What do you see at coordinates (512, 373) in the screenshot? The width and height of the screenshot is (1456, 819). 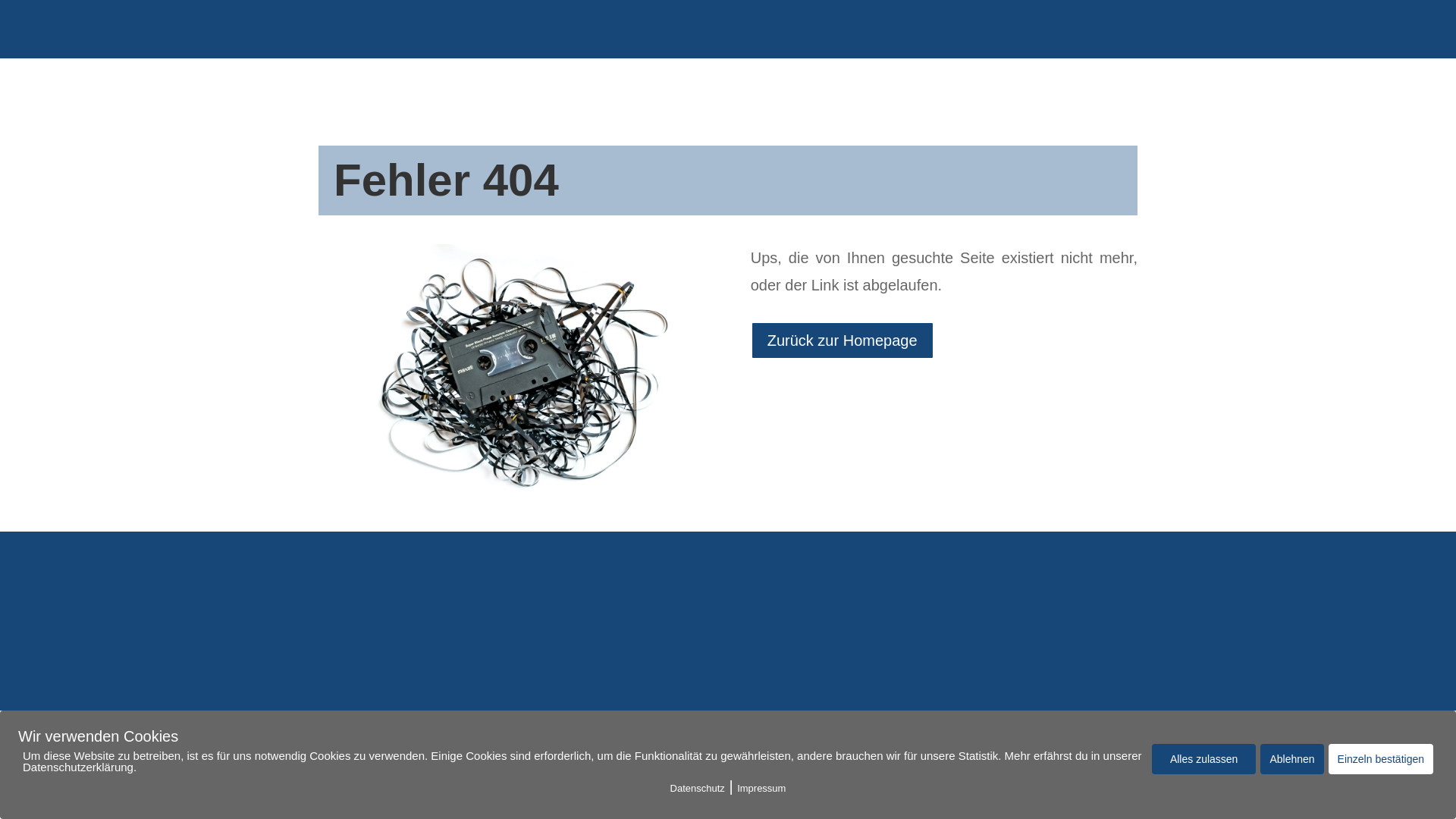 I see `'Error'` at bounding box center [512, 373].